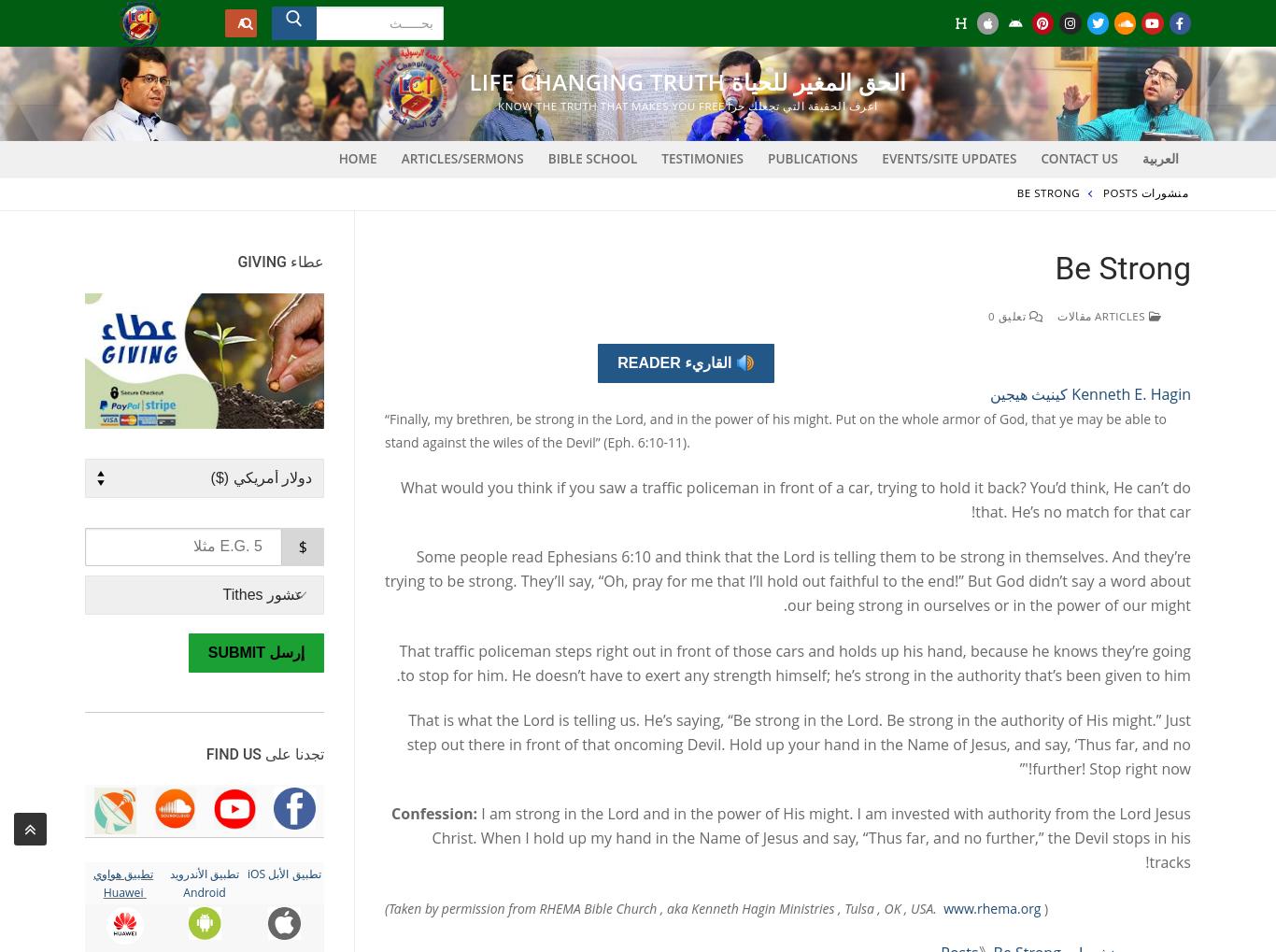 The image size is (1276, 952). I want to click on 'www.rhema.org', so click(991, 906).